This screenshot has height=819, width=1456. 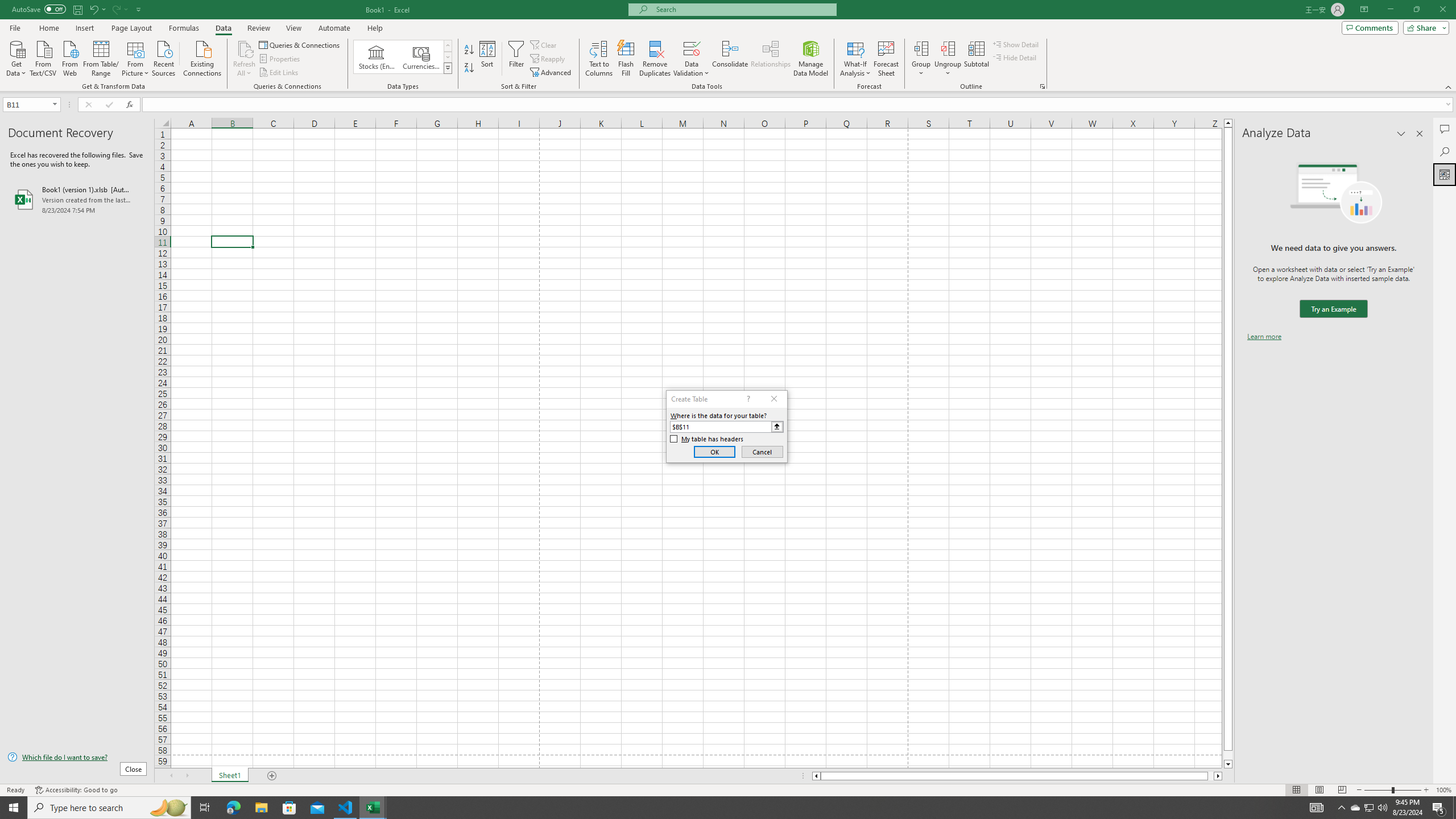 What do you see at coordinates (292, 28) in the screenshot?
I see `'View'` at bounding box center [292, 28].